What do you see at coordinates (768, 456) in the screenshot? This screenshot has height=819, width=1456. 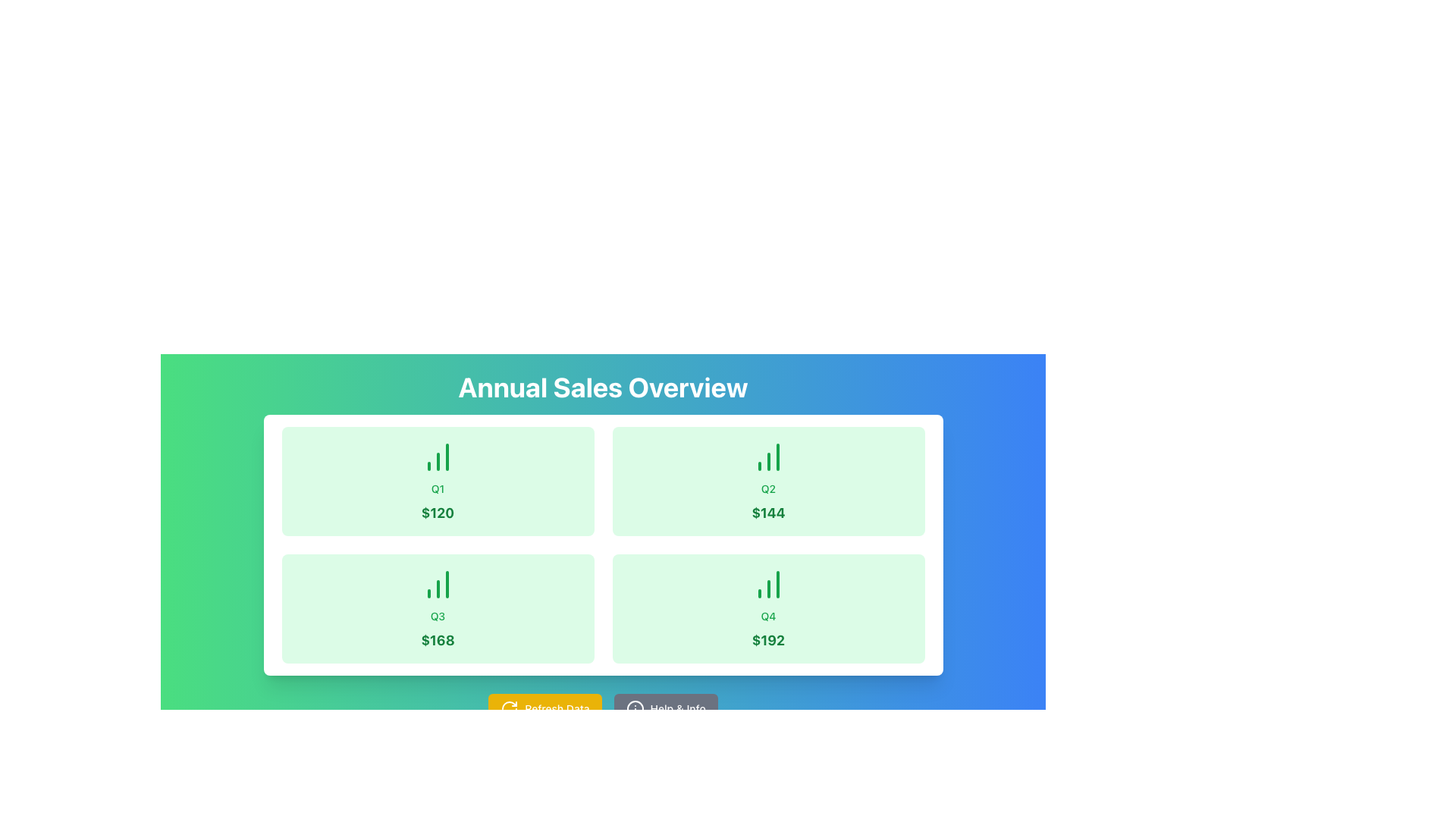 I see `the icon representing the visual data for 'Q2' and '$144'` at bounding box center [768, 456].